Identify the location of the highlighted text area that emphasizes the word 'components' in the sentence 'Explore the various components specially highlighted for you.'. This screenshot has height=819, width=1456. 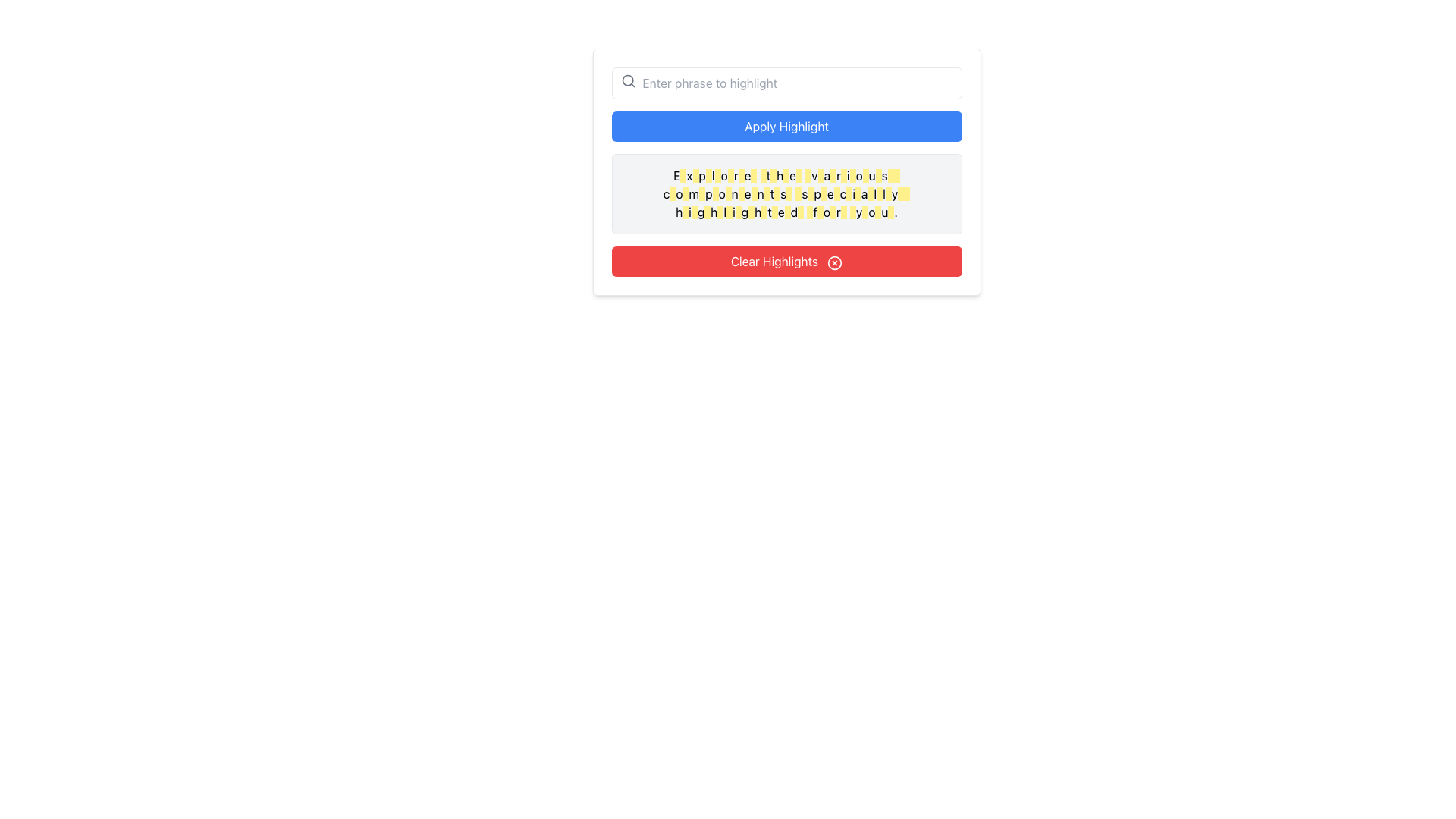
(685, 193).